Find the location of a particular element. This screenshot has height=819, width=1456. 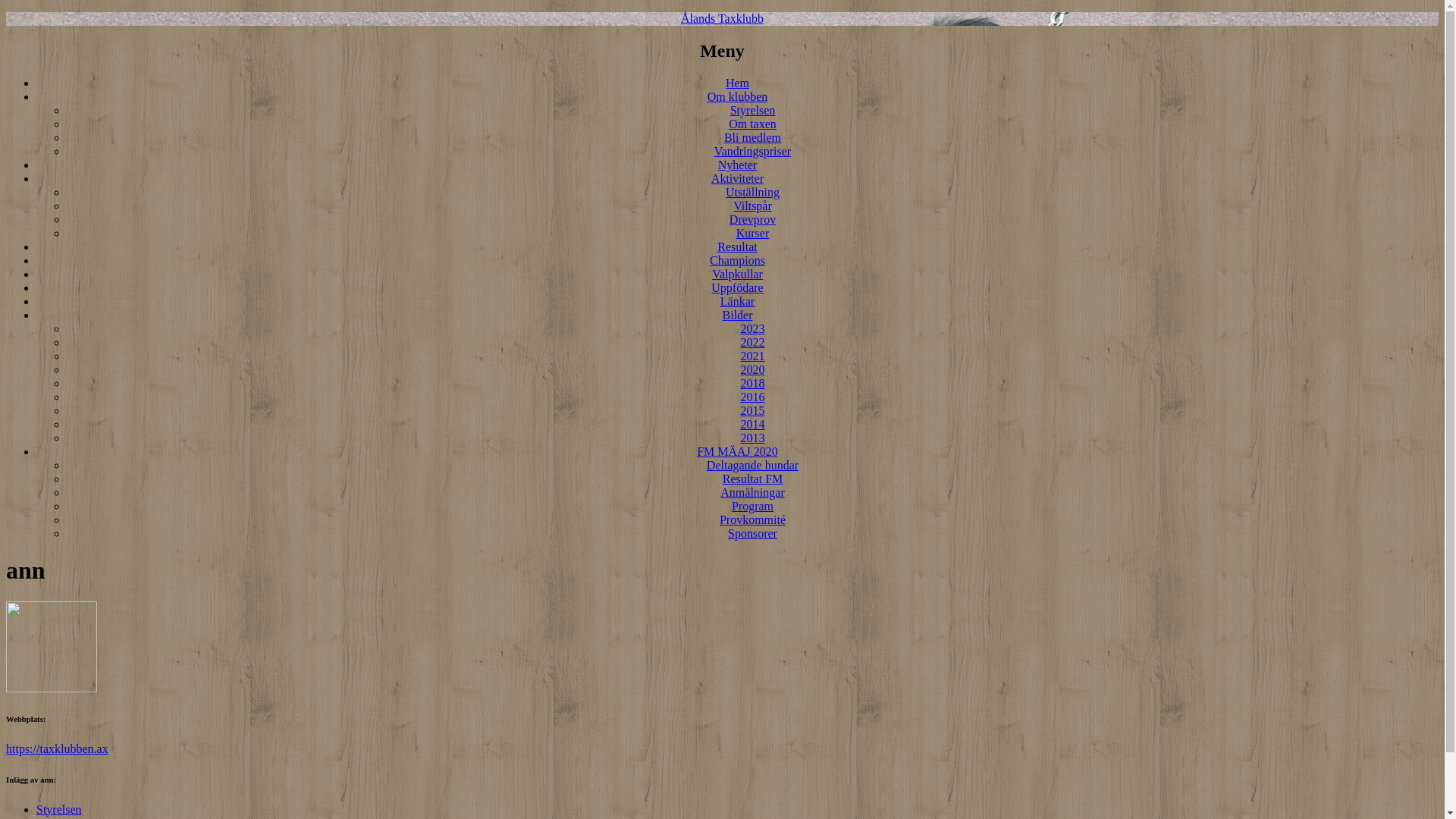

'Program' is located at coordinates (752, 506).